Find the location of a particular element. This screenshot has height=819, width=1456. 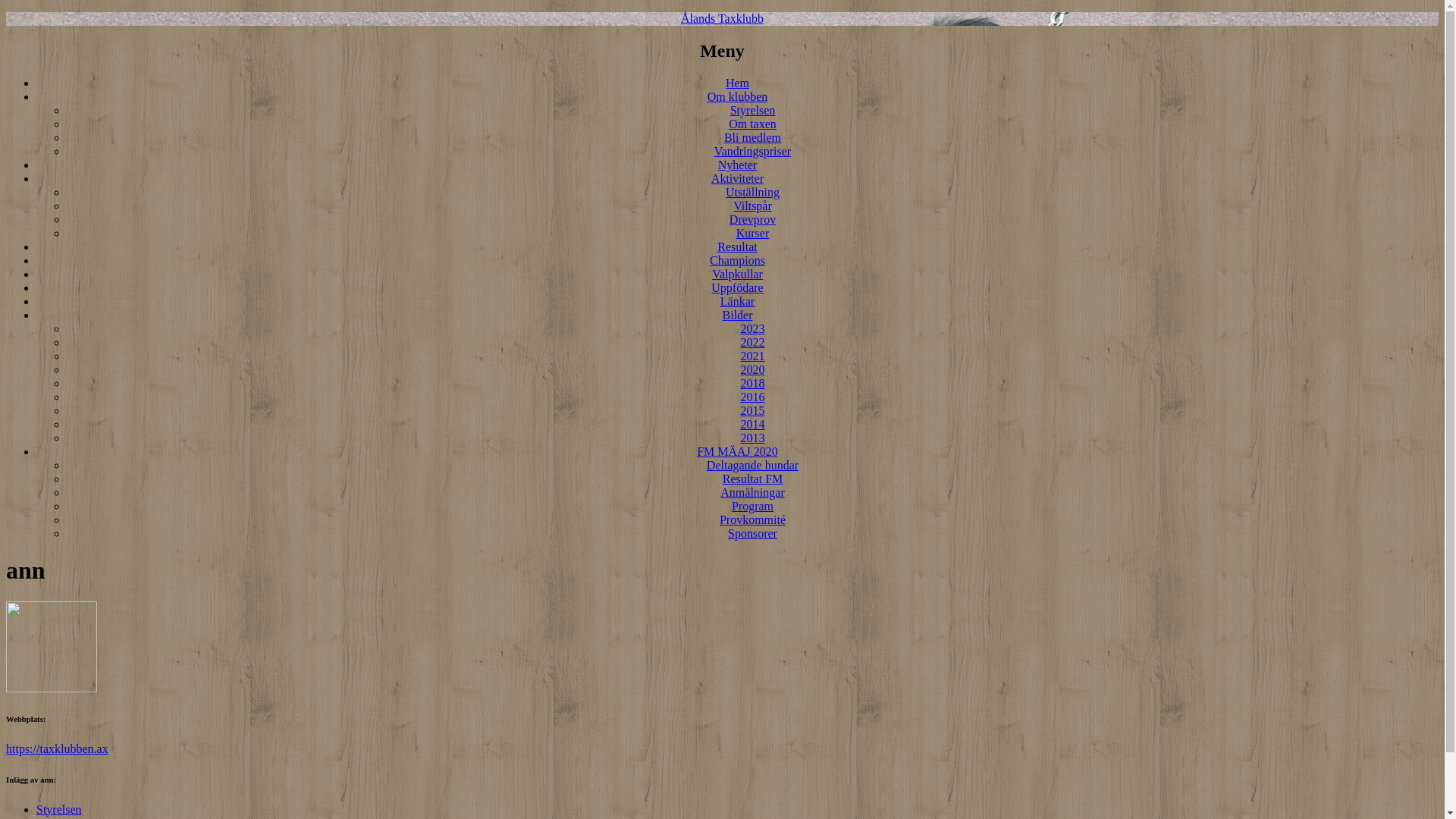

'Program' is located at coordinates (752, 506).